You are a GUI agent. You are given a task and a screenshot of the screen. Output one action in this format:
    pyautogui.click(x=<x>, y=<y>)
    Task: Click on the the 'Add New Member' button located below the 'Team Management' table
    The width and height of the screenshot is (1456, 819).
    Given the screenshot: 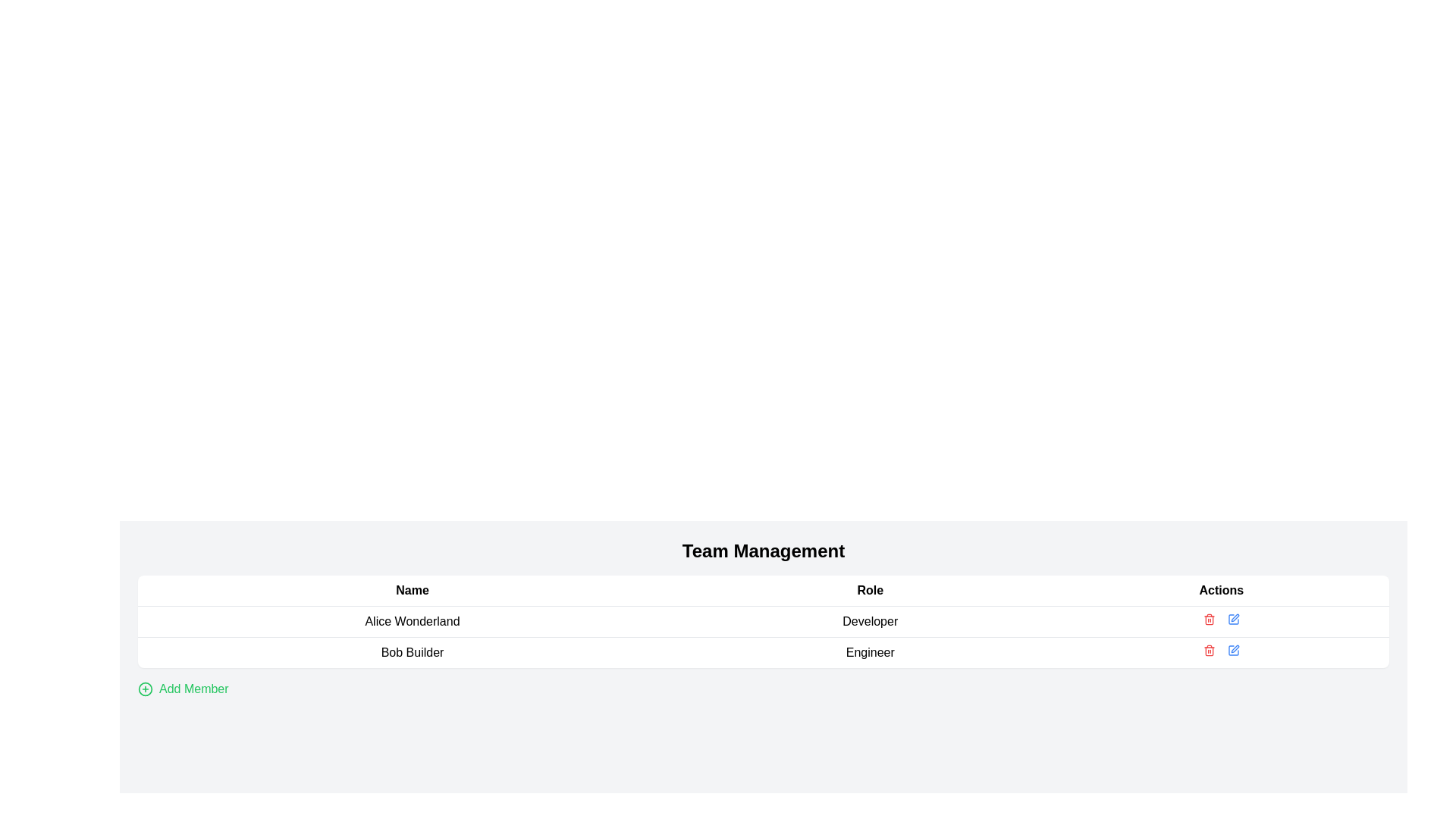 What is the action you would take?
    pyautogui.click(x=182, y=689)
    